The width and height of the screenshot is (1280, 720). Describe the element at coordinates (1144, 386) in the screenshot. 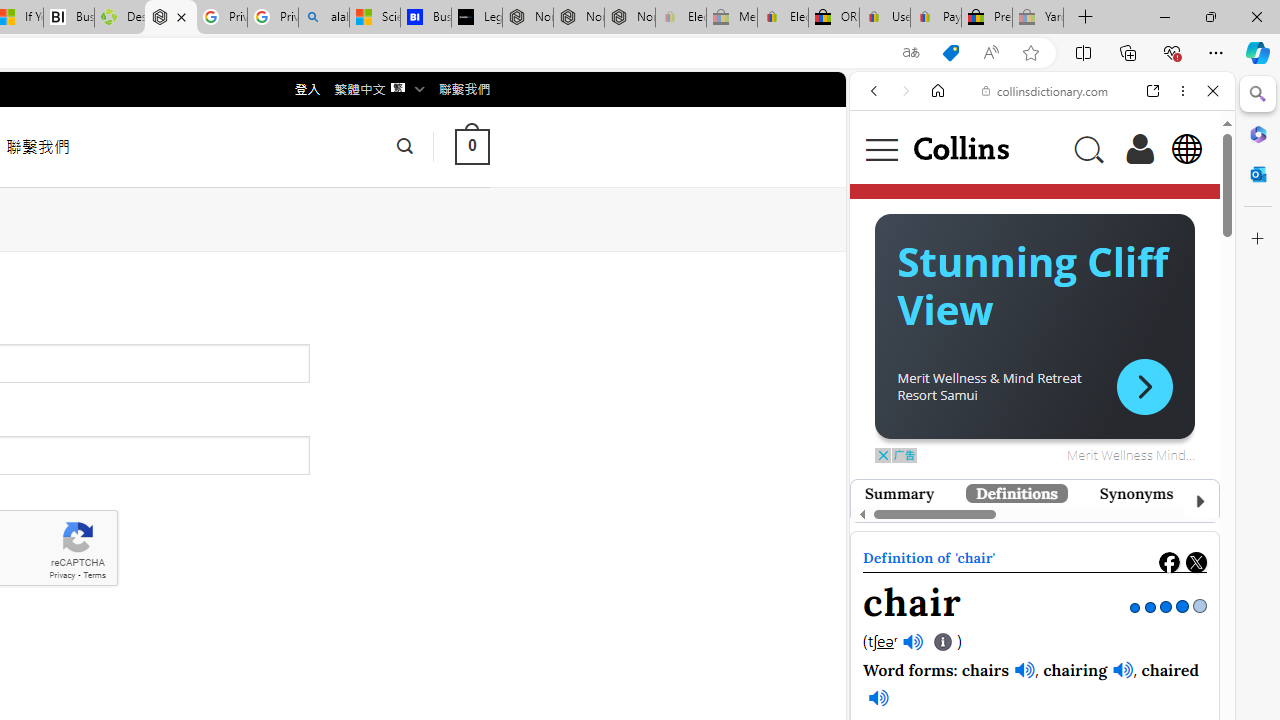

I see `'Class: ns-rrwcd-e-11 flip-on-rtl button'` at that location.